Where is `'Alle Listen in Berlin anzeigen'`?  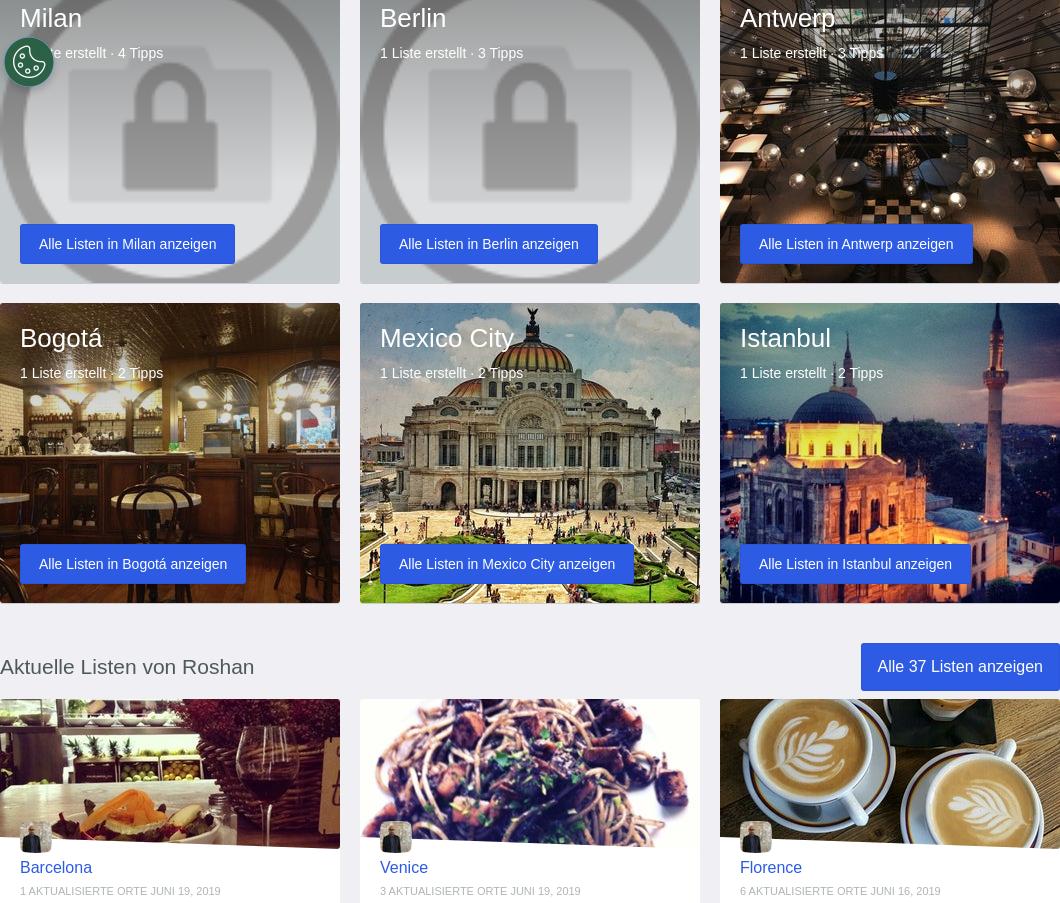
'Alle Listen in Berlin anzeigen' is located at coordinates (487, 242).